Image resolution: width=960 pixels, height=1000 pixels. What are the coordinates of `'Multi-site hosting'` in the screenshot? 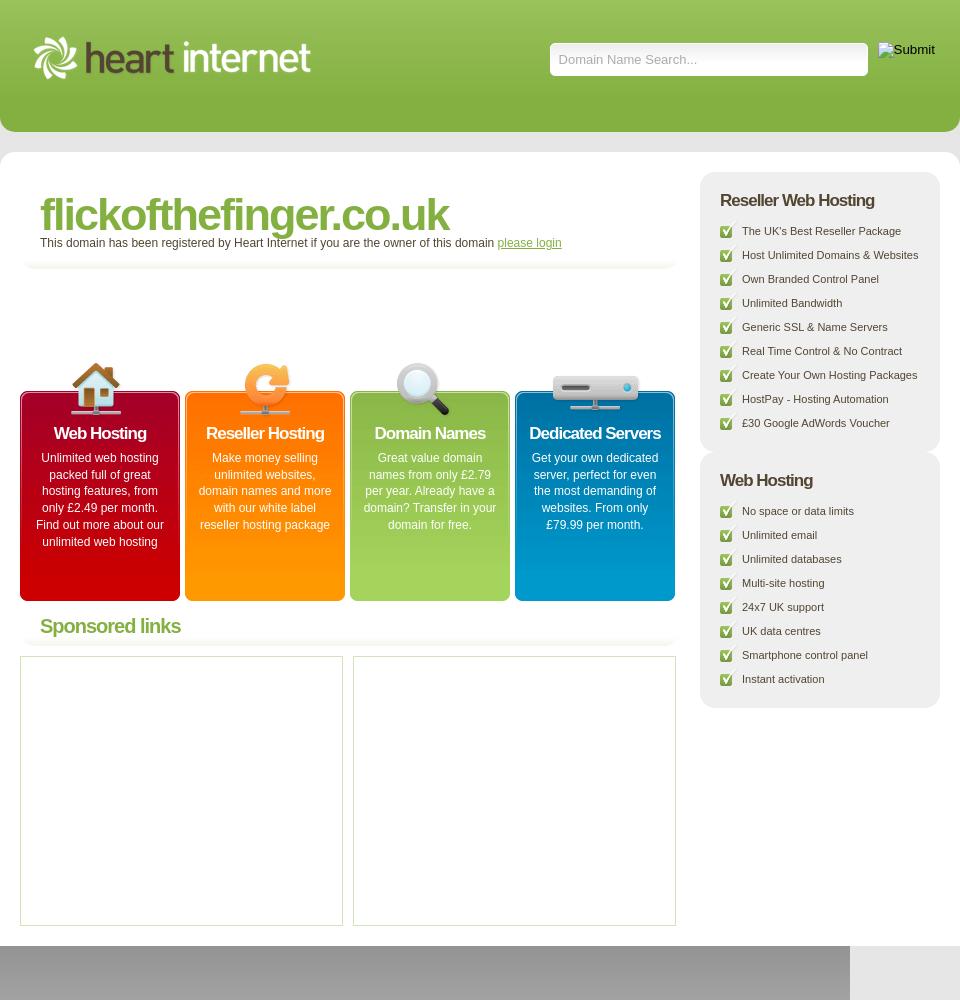 It's located at (740, 582).